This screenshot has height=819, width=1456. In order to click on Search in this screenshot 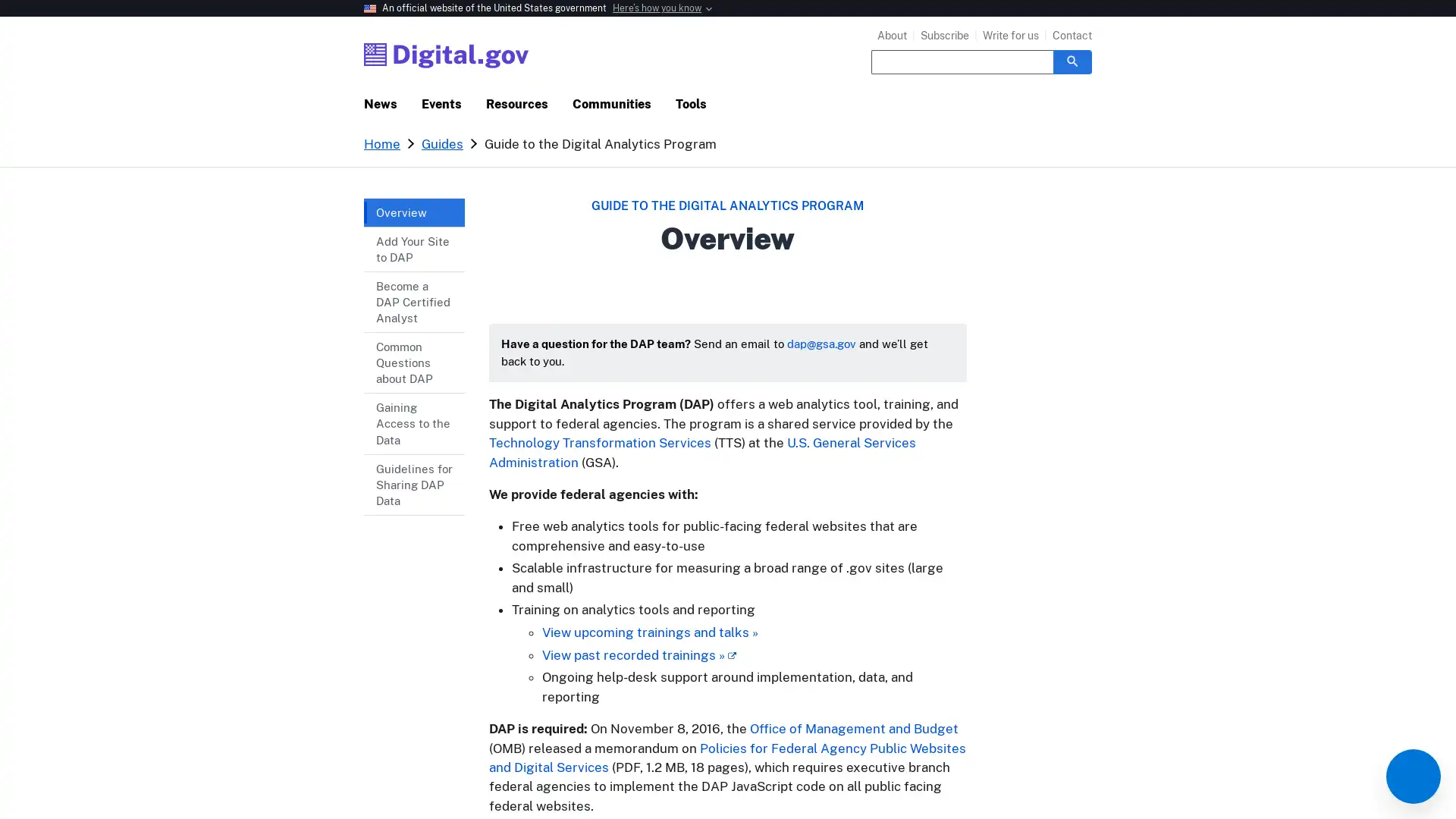, I will do `click(1072, 61)`.